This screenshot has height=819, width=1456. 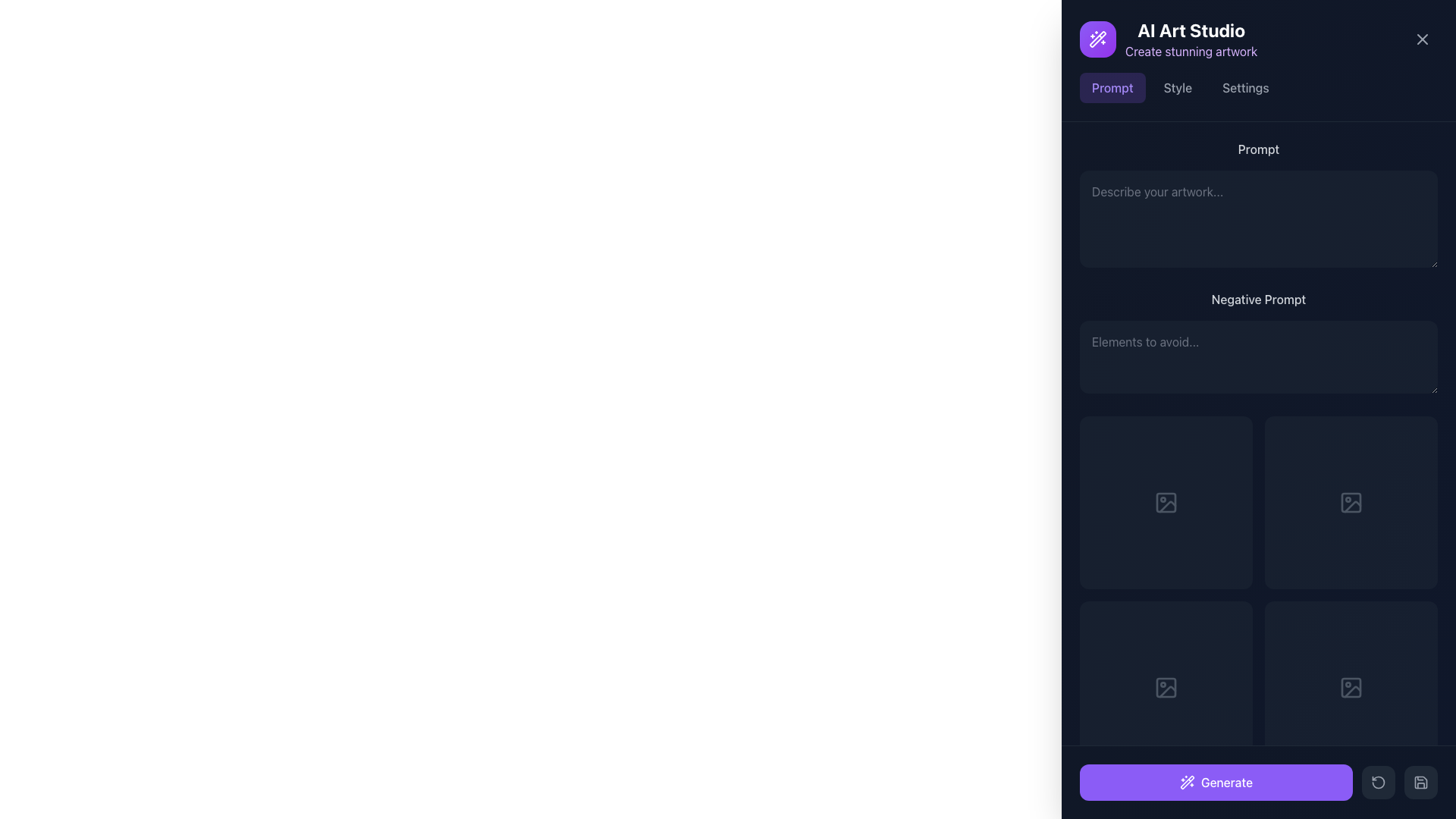 I want to click on the 'Settings' tab in the navigation menu located below the 'AI Art Studio' header, so click(x=1259, y=87).